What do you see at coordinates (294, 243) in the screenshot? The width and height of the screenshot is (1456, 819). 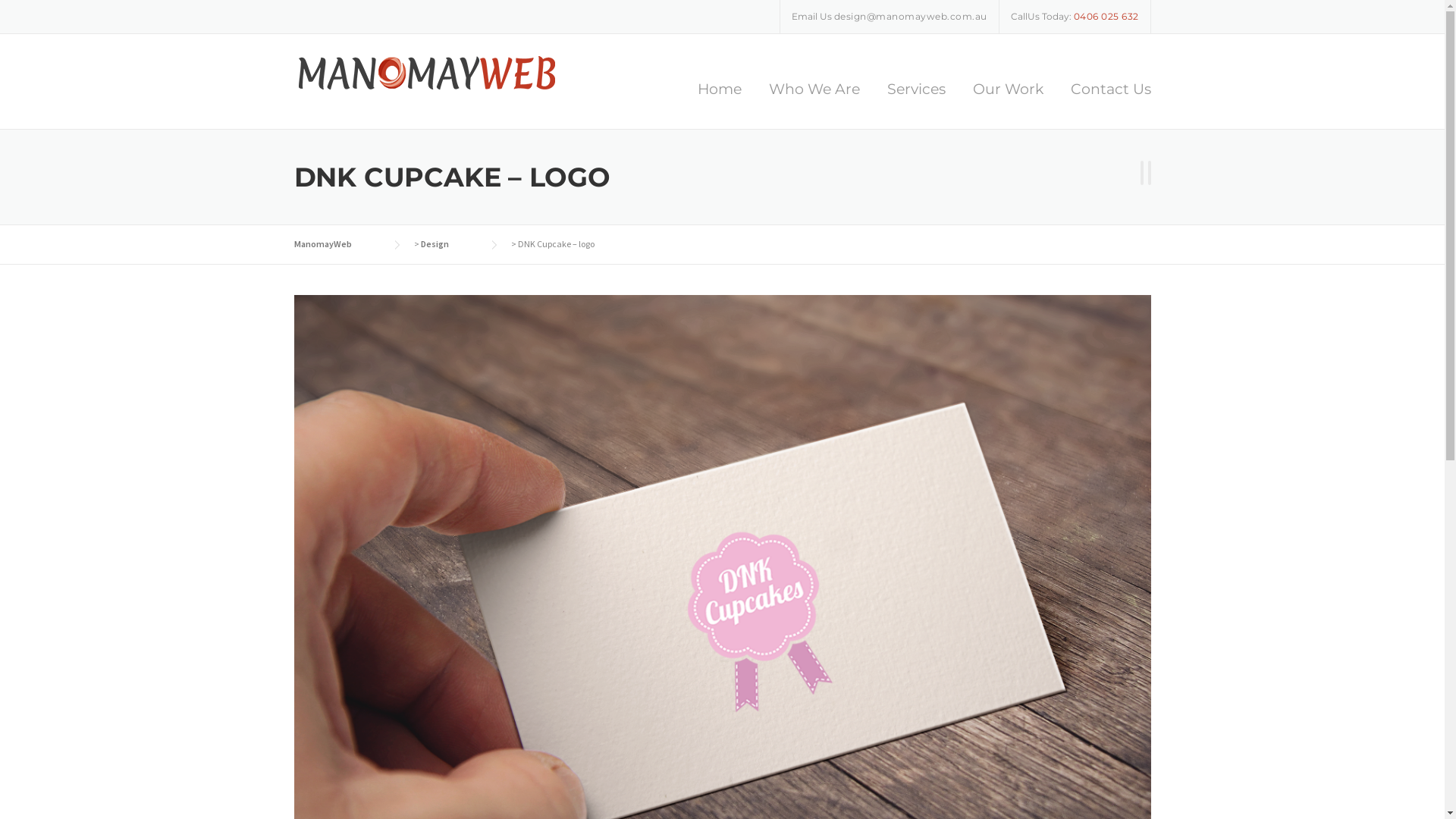 I see `'ManomayWeb'` at bounding box center [294, 243].